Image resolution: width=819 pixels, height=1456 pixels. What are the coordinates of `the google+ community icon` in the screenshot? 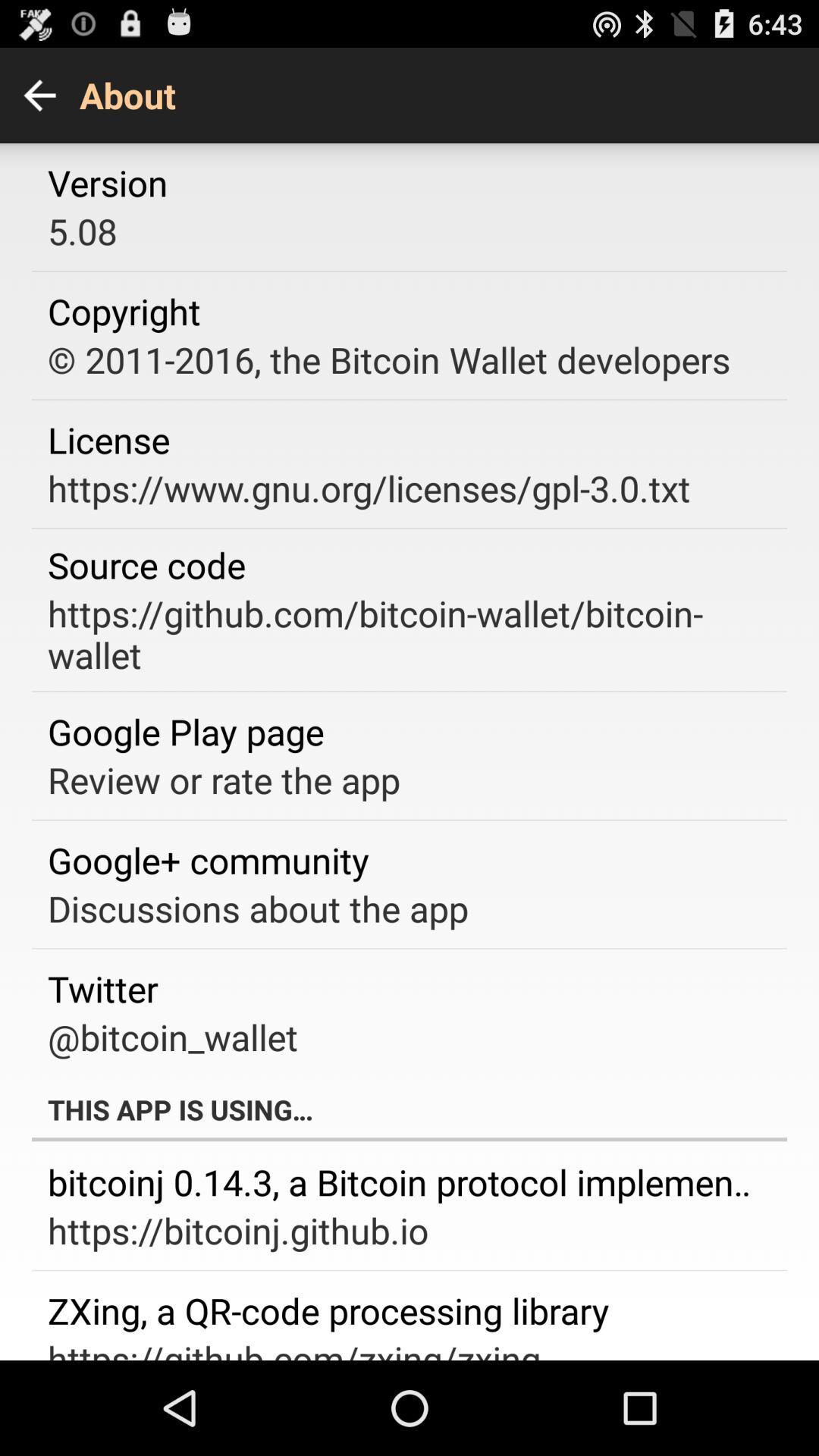 It's located at (208, 860).